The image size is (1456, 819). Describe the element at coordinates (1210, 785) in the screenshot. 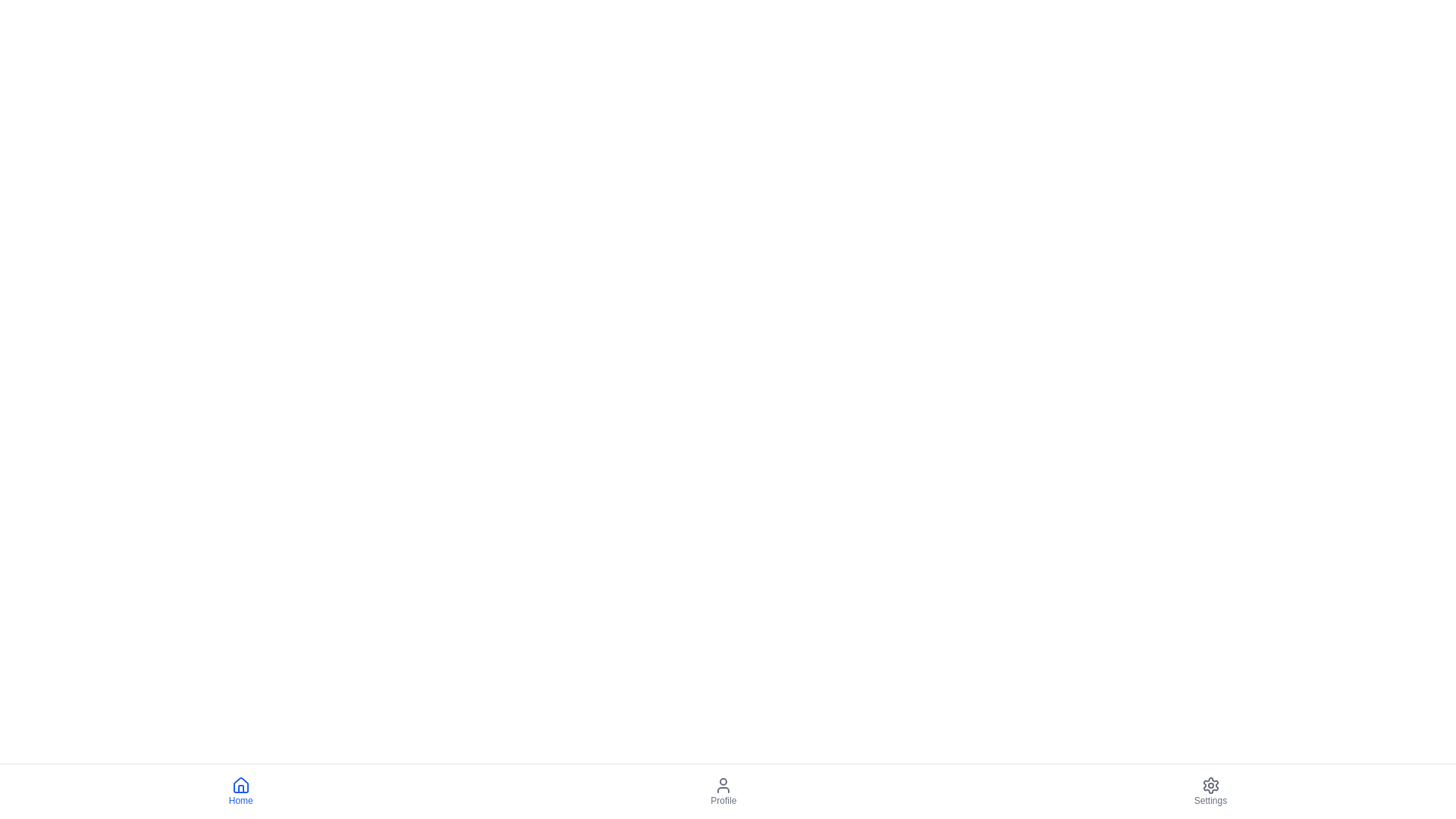

I see `the cogwheel-shaped settings icon located at the far right of the bottom navigation bar, which is the third icon to the right of the 'Profile' icon` at that location.